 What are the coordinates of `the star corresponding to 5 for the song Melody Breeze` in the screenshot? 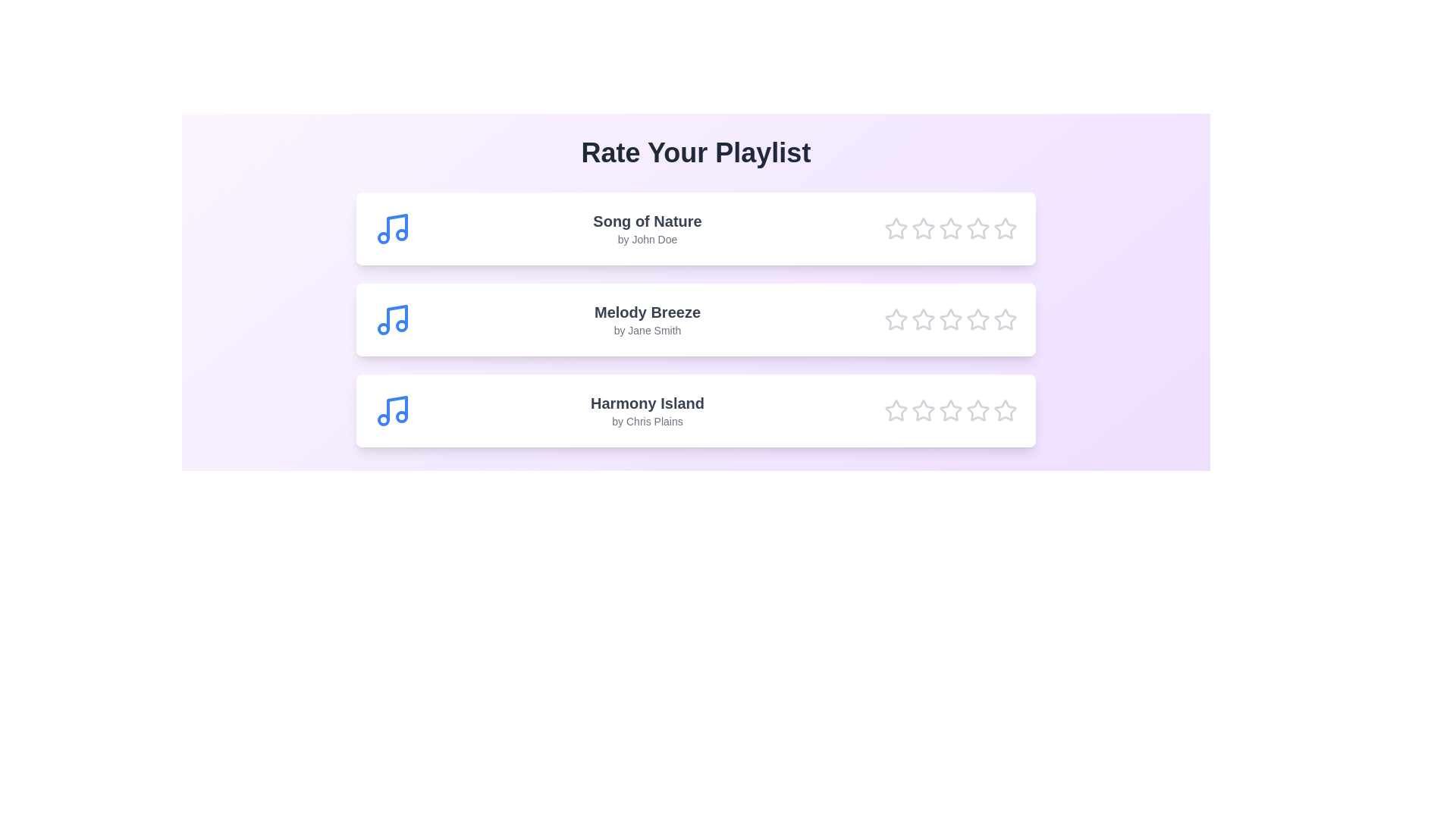 It's located at (1005, 318).